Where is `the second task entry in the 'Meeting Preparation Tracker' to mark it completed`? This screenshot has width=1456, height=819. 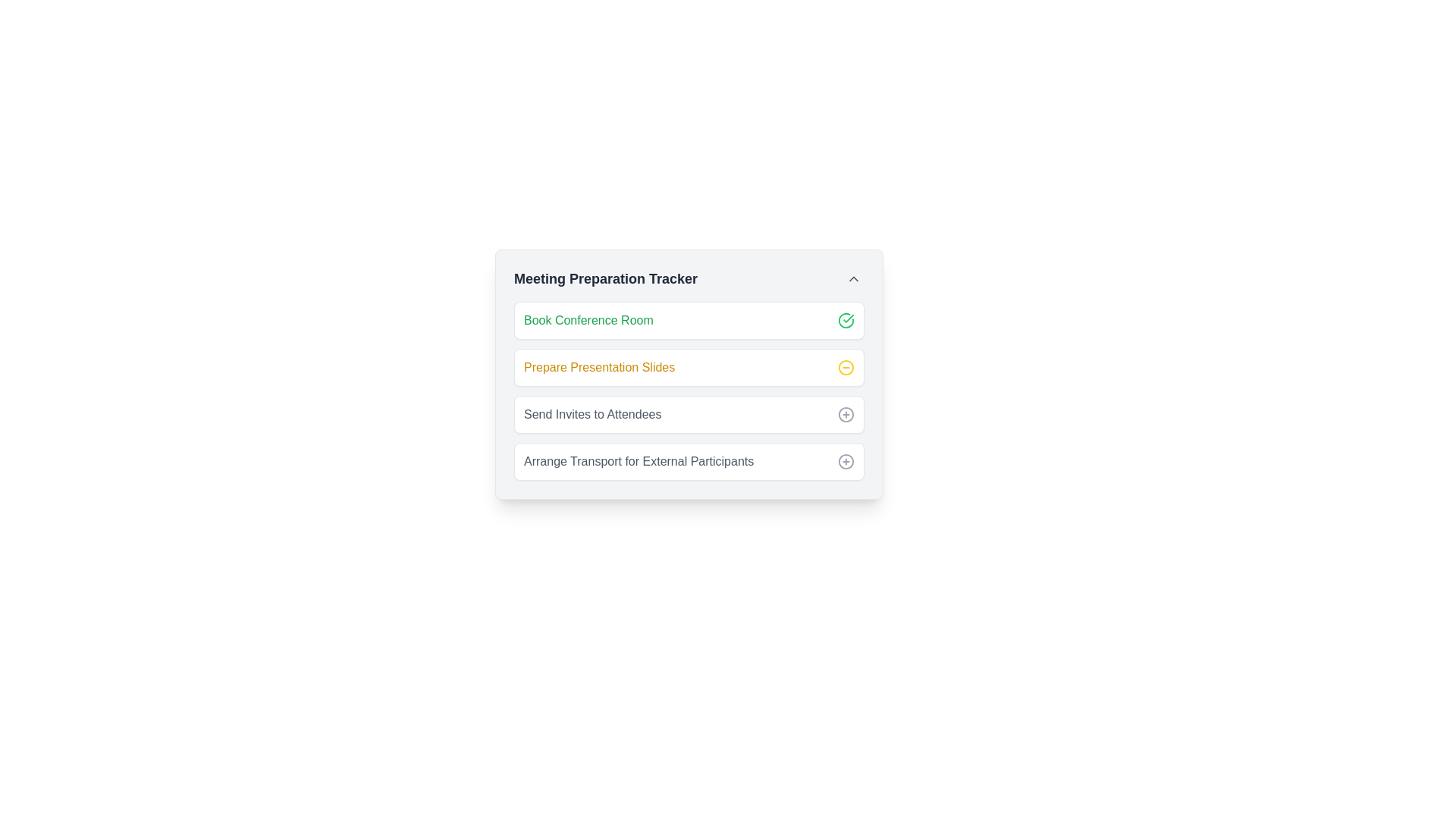 the second task entry in the 'Meeting Preparation Tracker' to mark it completed is located at coordinates (688, 368).